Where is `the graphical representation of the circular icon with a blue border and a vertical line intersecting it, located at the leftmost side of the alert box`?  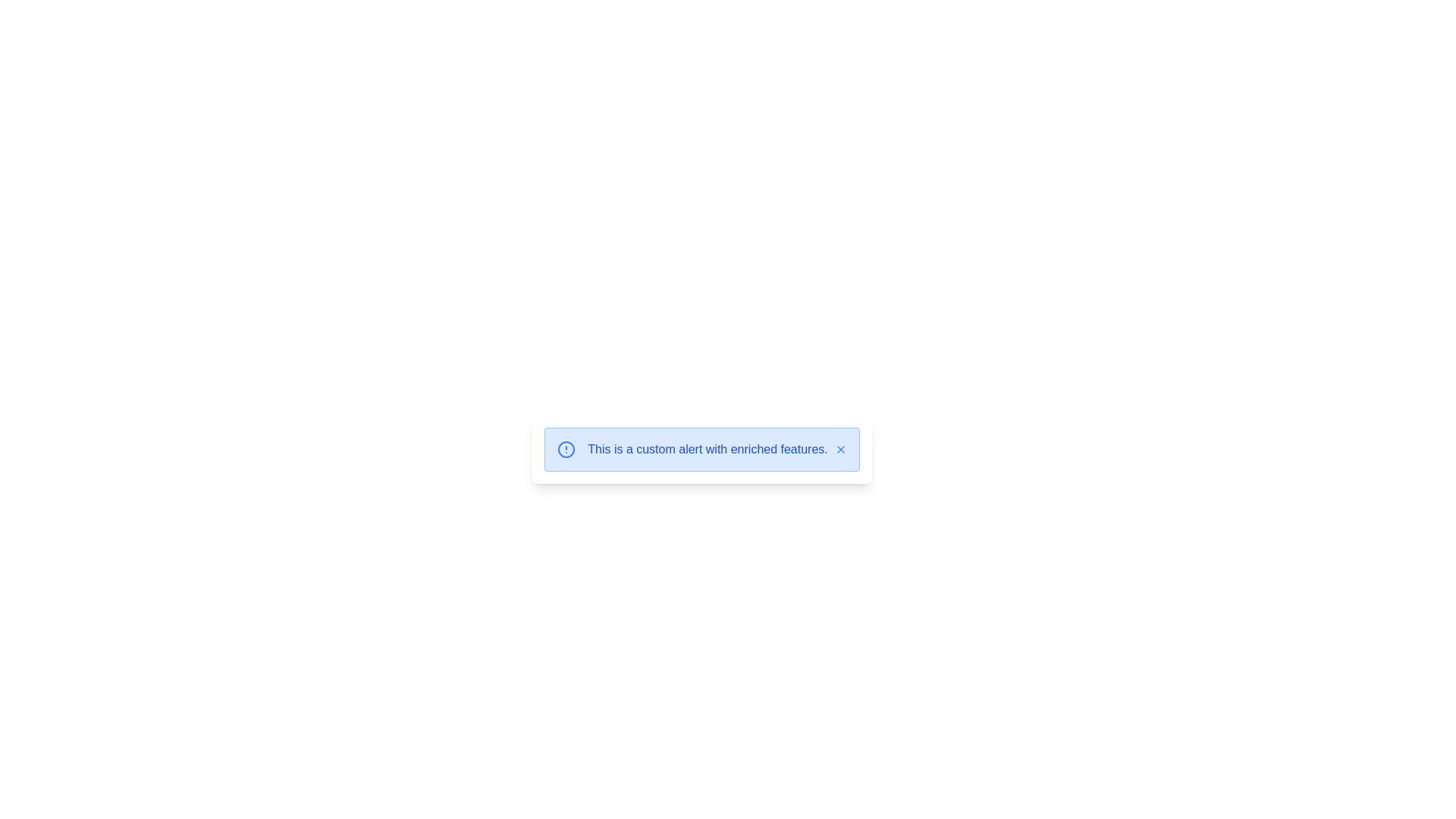 the graphical representation of the circular icon with a blue border and a vertical line intersecting it, located at the leftmost side of the alert box is located at coordinates (565, 449).